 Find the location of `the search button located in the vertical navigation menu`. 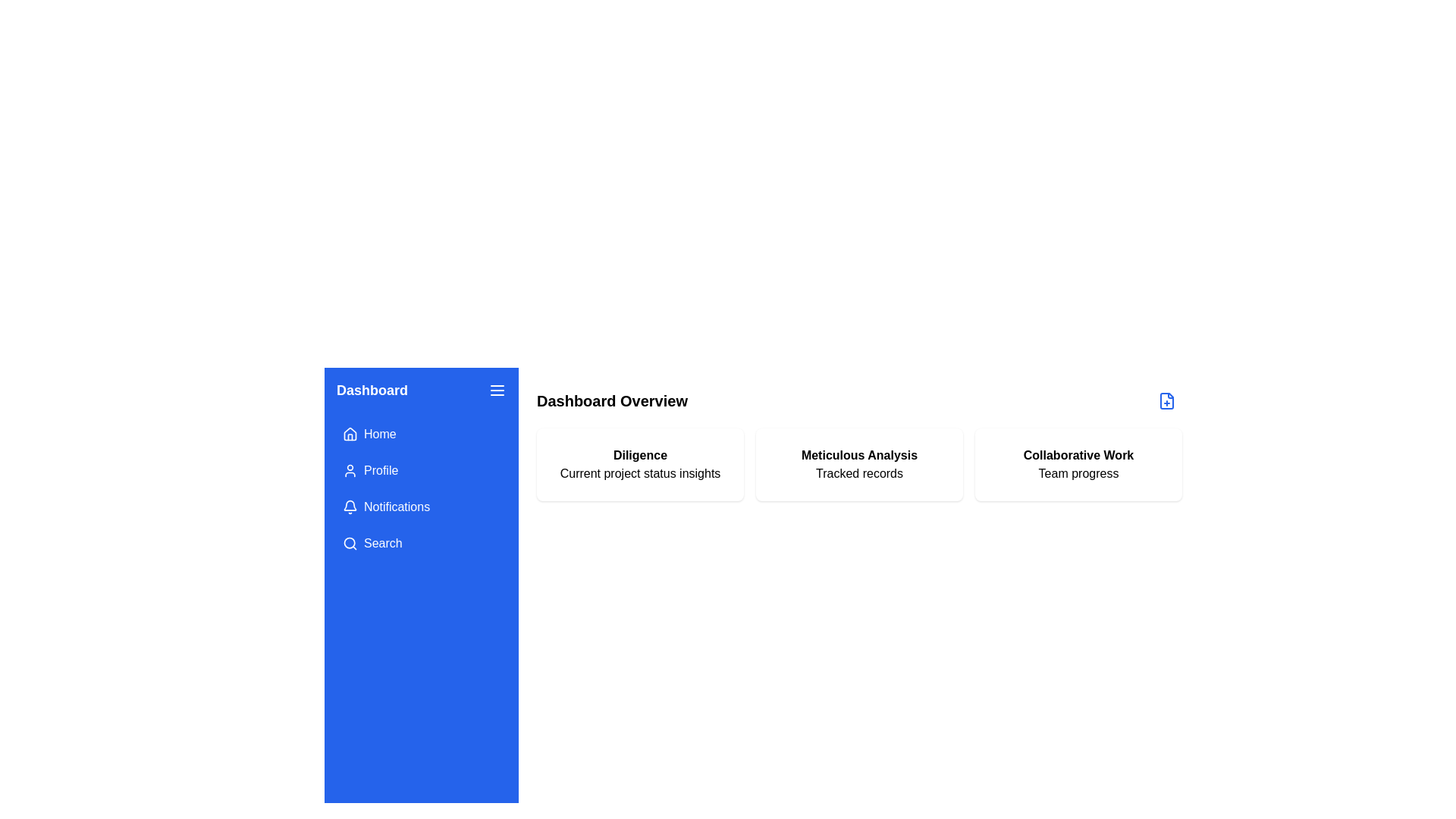

the search button located in the vertical navigation menu is located at coordinates (422, 543).